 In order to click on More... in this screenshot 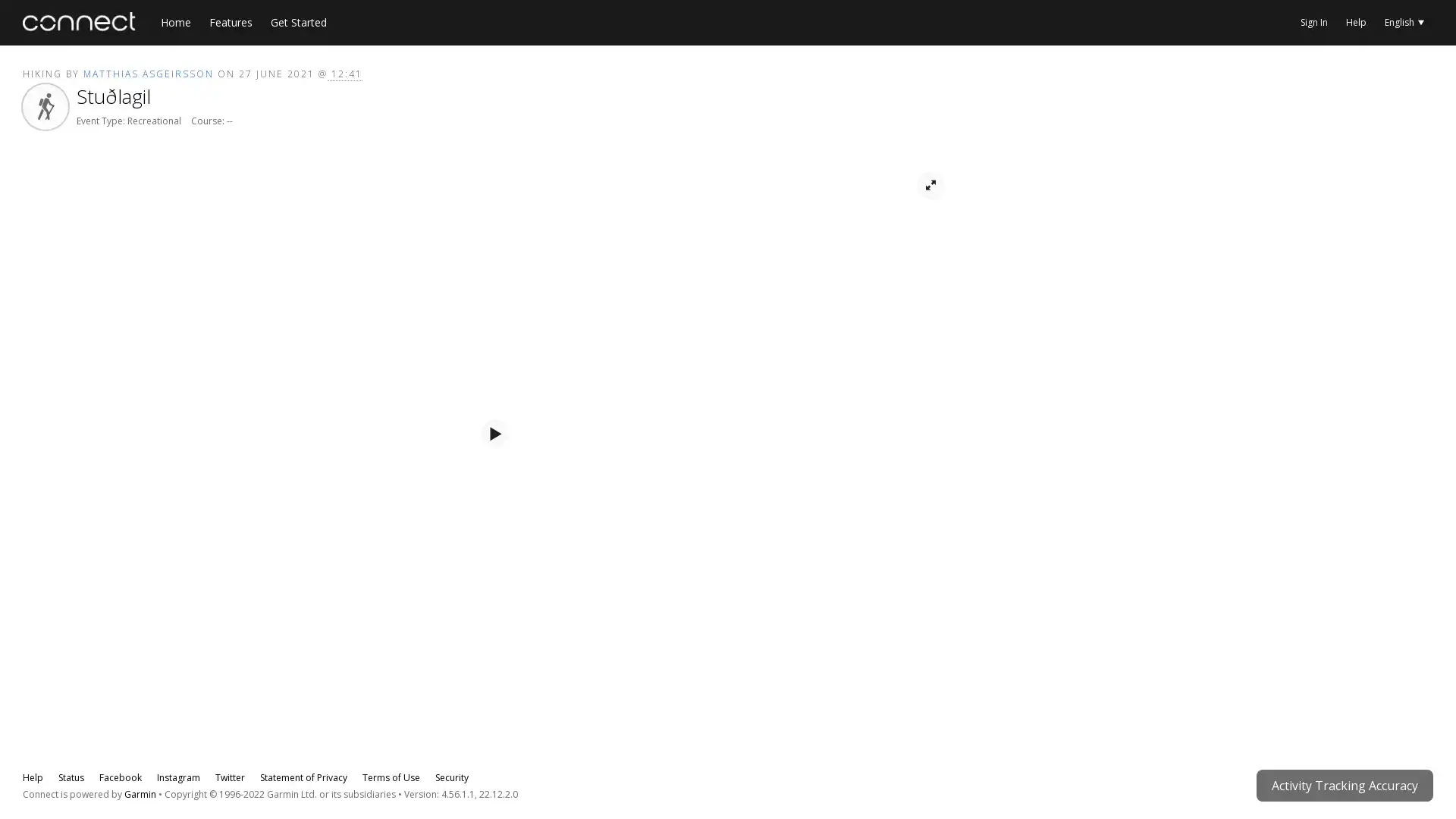, I will do `click(1422, 76)`.